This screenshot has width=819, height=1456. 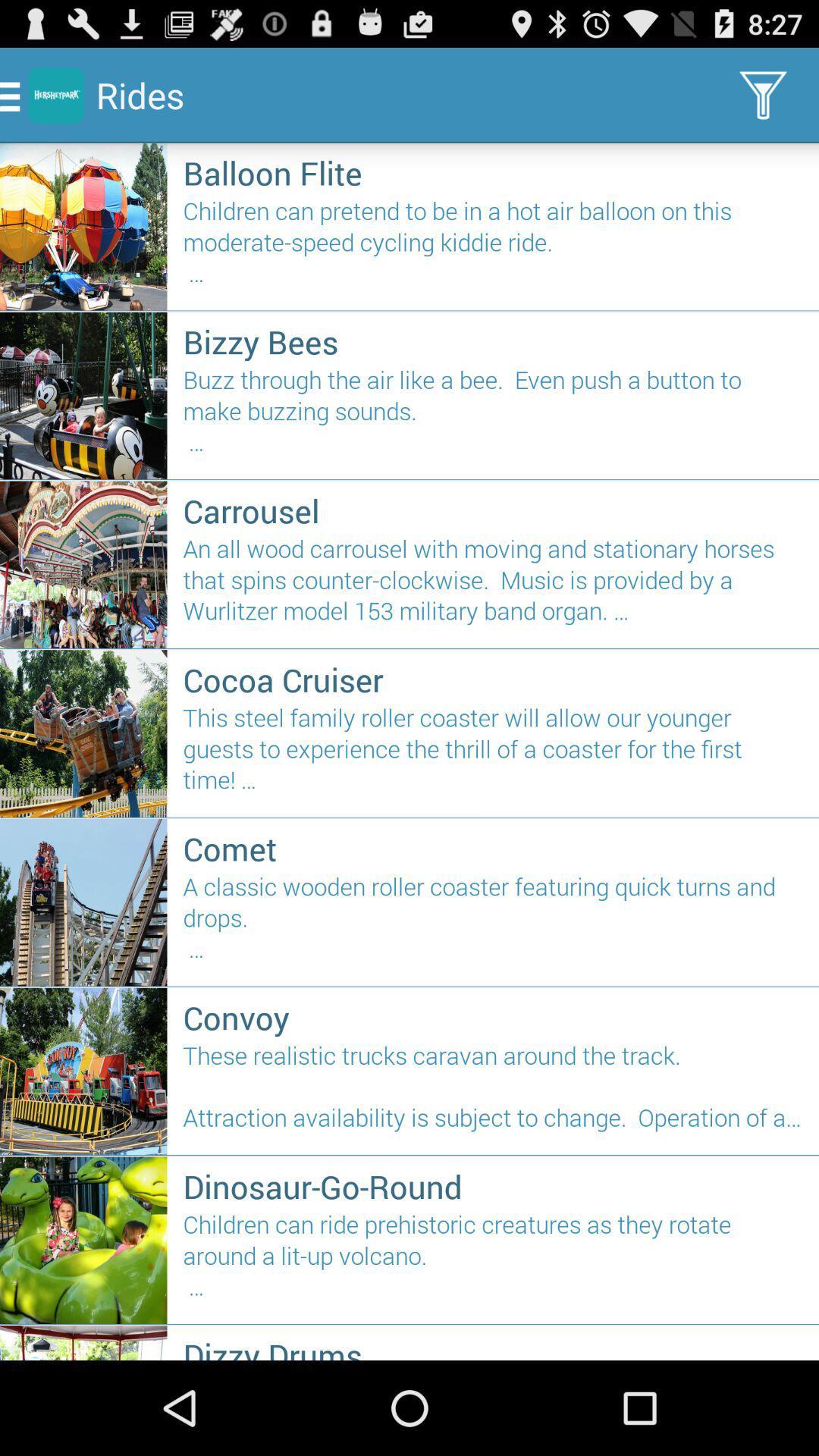 I want to click on the convoy icon, so click(x=493, y=1017).